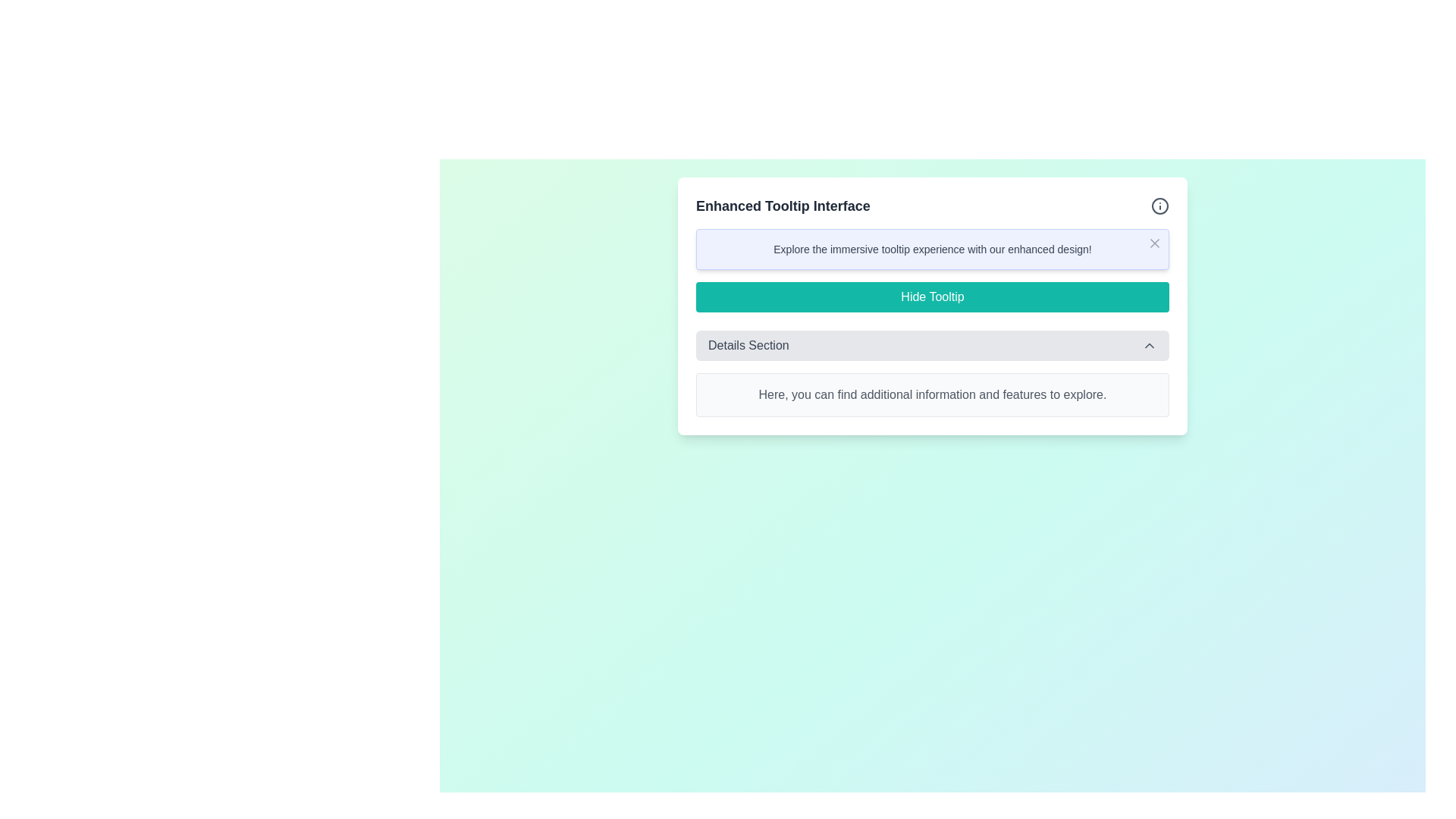  What do you see at coordinates (931, 248) in the screenshot?
I see `the static informational text element that is centrally placed within a rectangular box outlined with indigo borders, aligned horizontally near the top center of the interface` at bounding box center [931, 248].